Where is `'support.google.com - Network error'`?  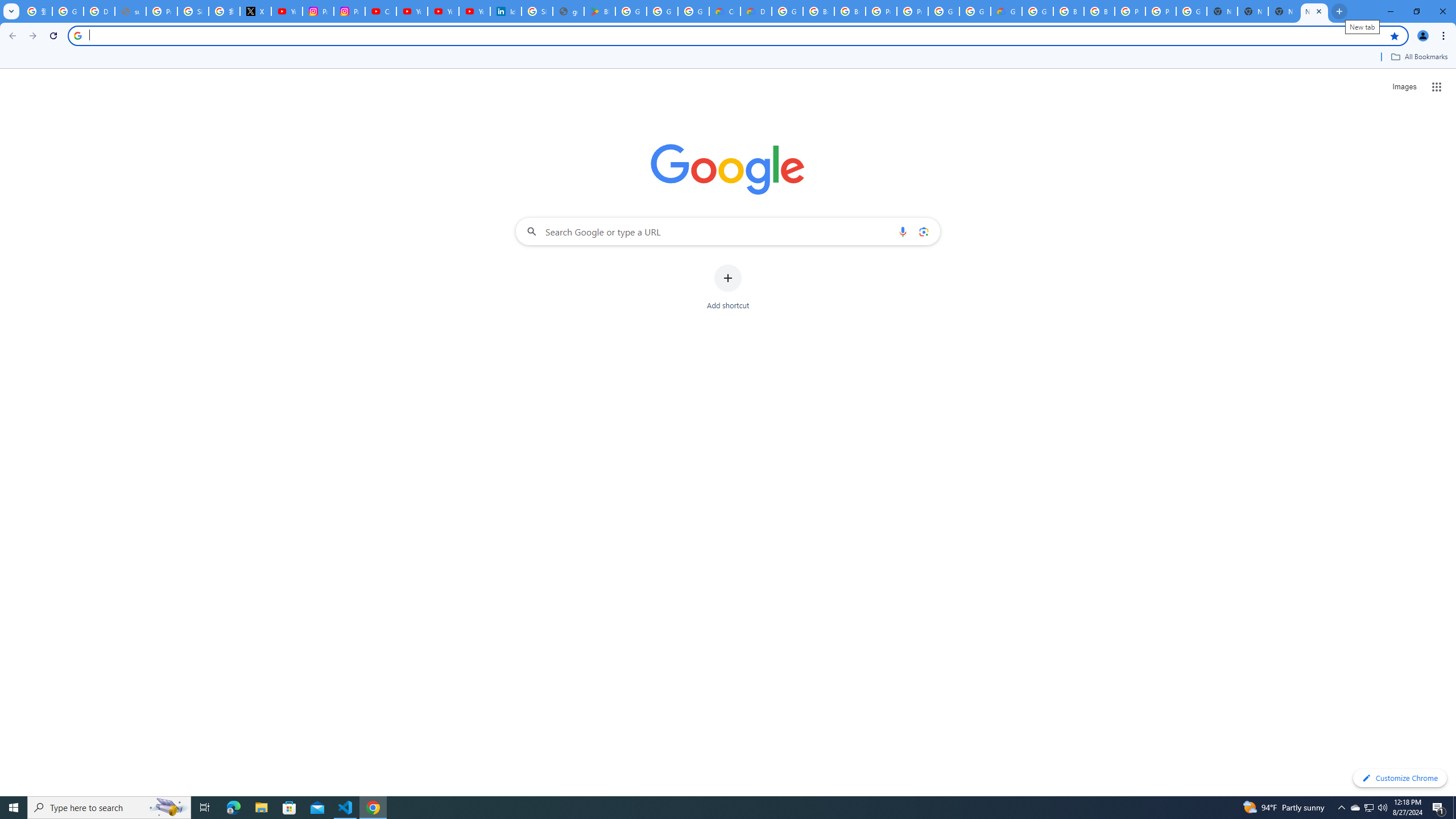 'support.google.com - Network error' is located at coordinates (130, 11).